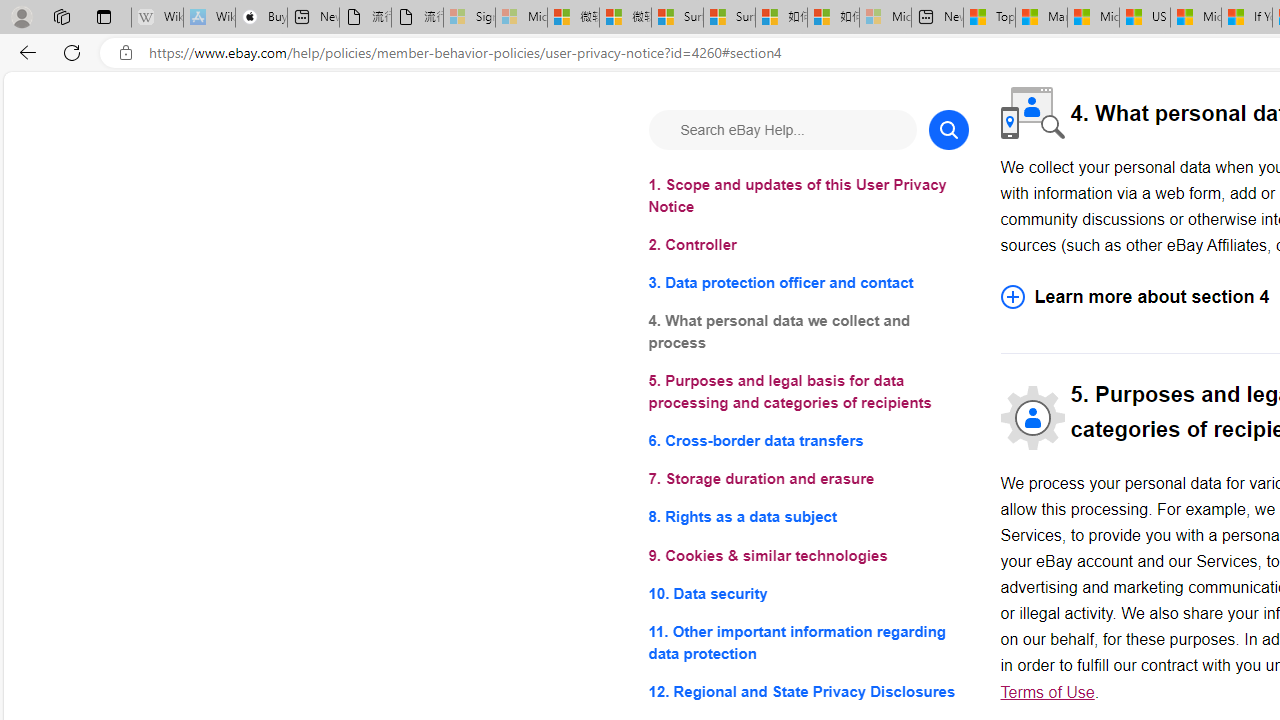 Image resolution: width=1280 pixels, height=720 pixels. What do you see at coordinates (808, 331) in the screenshot?
I see `'4. What personal data we collect and process'` at bounding box center [808, 331].